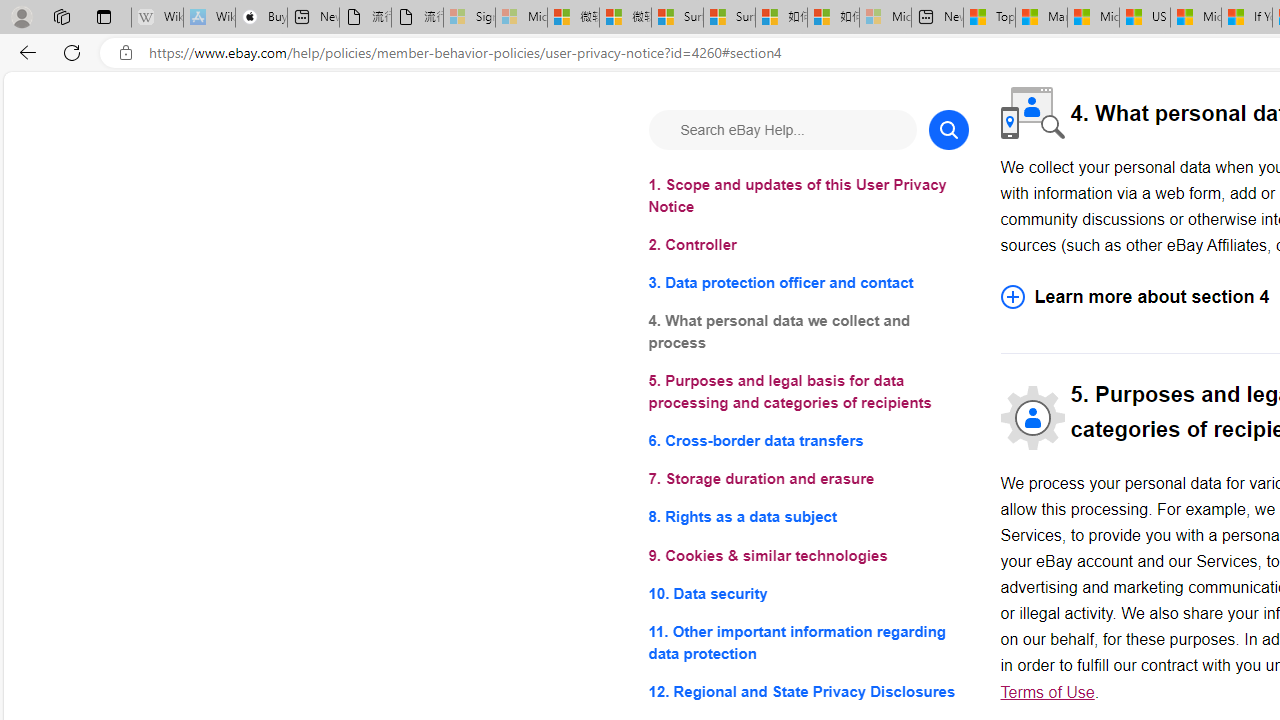 Image resolution: width=1280 pixels, height=720 pixels. What do you see at coordinates (808, 331) in the screenshot?
I see `'4. What personal data we collect and process'` at bounding box center [808, 331].